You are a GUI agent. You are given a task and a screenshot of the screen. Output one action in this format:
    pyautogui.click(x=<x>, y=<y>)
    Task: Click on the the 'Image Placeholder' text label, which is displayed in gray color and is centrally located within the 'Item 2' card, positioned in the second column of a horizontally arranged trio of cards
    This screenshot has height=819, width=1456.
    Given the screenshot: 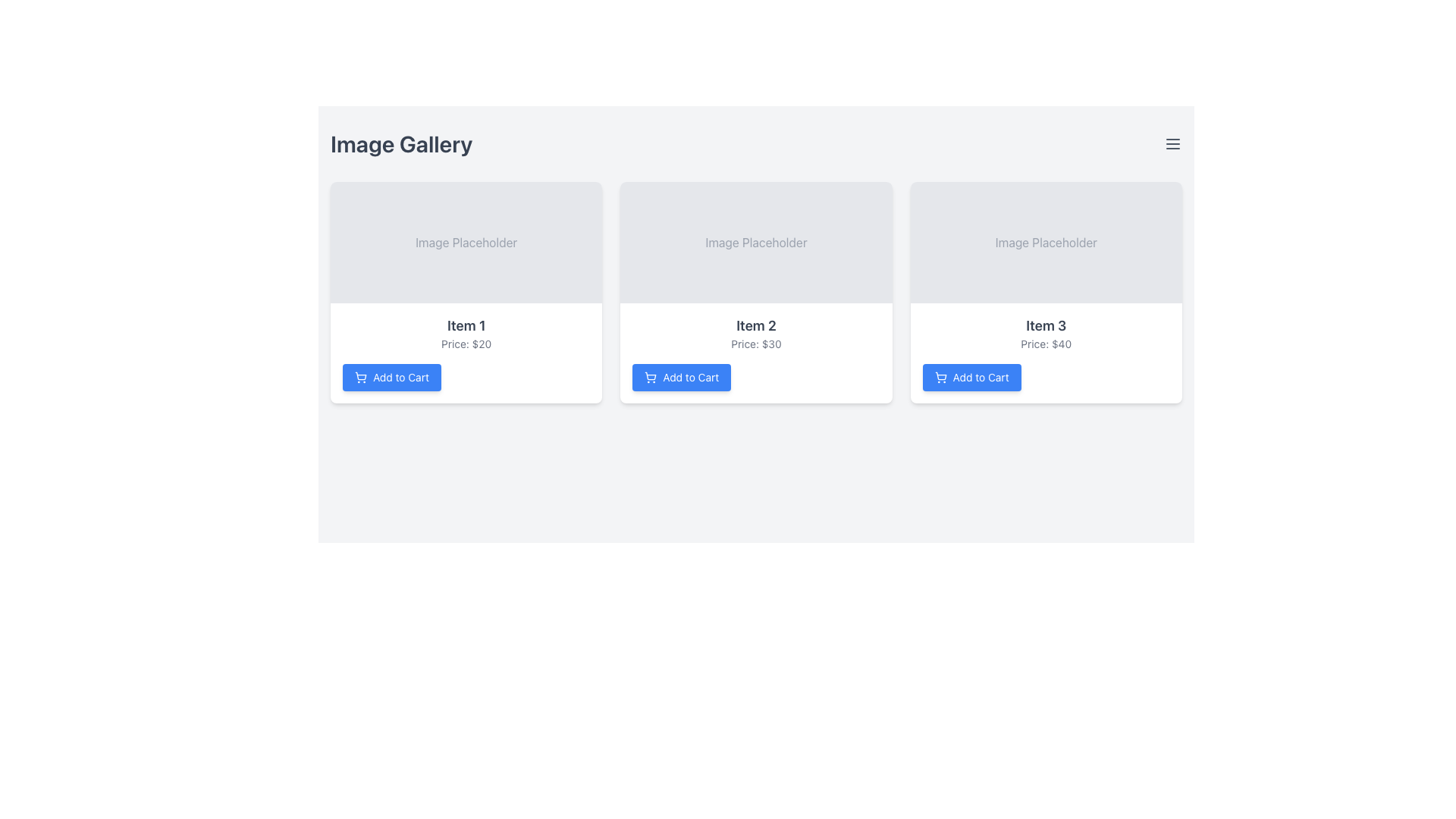 What is the action you would take?
    pyautogui.click(x=756, y=242)
    